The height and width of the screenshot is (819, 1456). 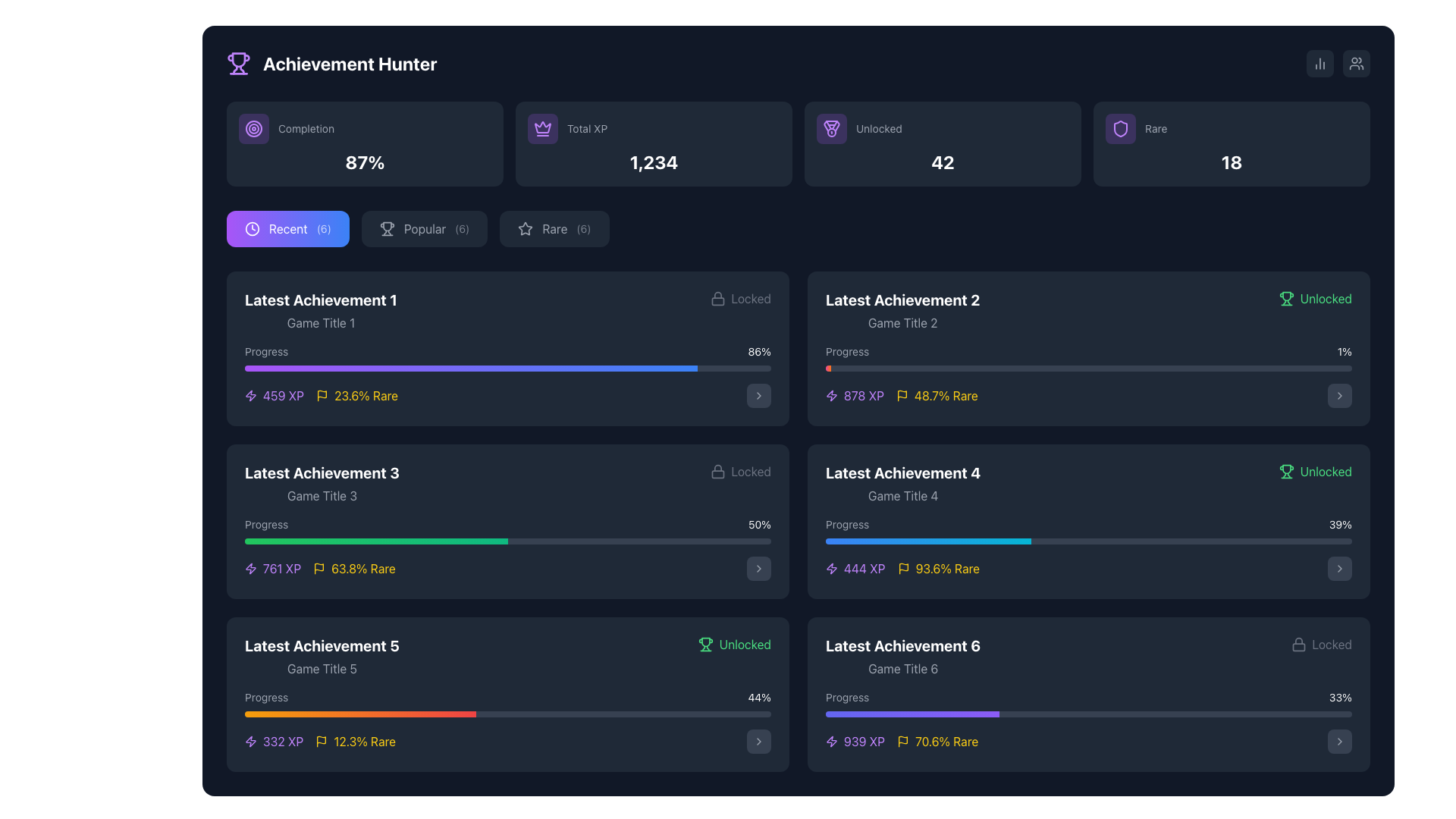 What do you see at coordinates (1340, 523) in the screenshot?
I see `the static text label displaying '39%' located in the bottom-right corner of the 'Latest Achievement 4' section` at bounding box center [1340, 523].